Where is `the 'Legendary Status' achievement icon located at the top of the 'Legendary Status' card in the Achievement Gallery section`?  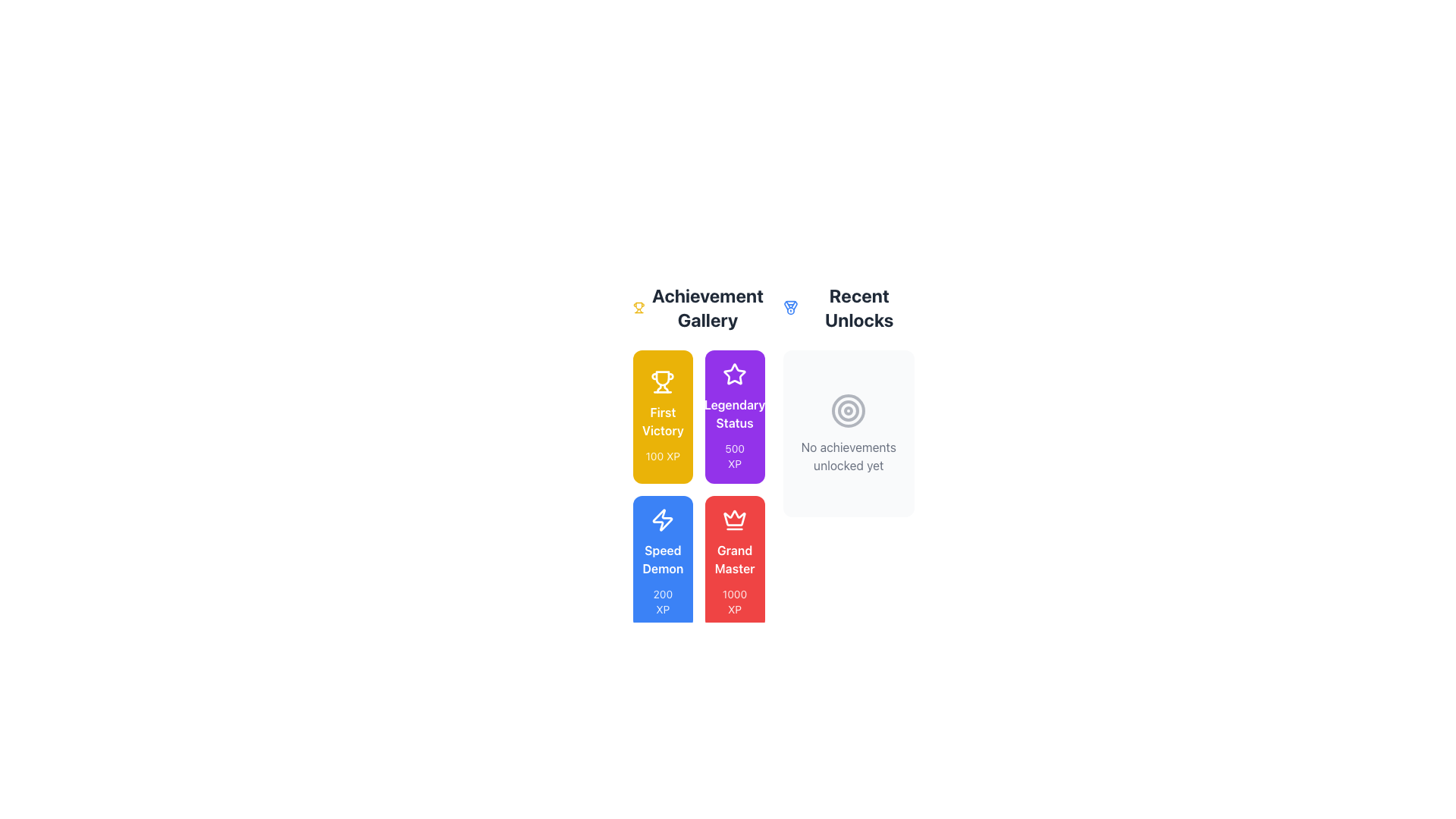
the 'Legendary Status' achievement icon located at the top of the 'Legendary Status' card in the Achievement Gallery section is located at coordinates (735, 374).